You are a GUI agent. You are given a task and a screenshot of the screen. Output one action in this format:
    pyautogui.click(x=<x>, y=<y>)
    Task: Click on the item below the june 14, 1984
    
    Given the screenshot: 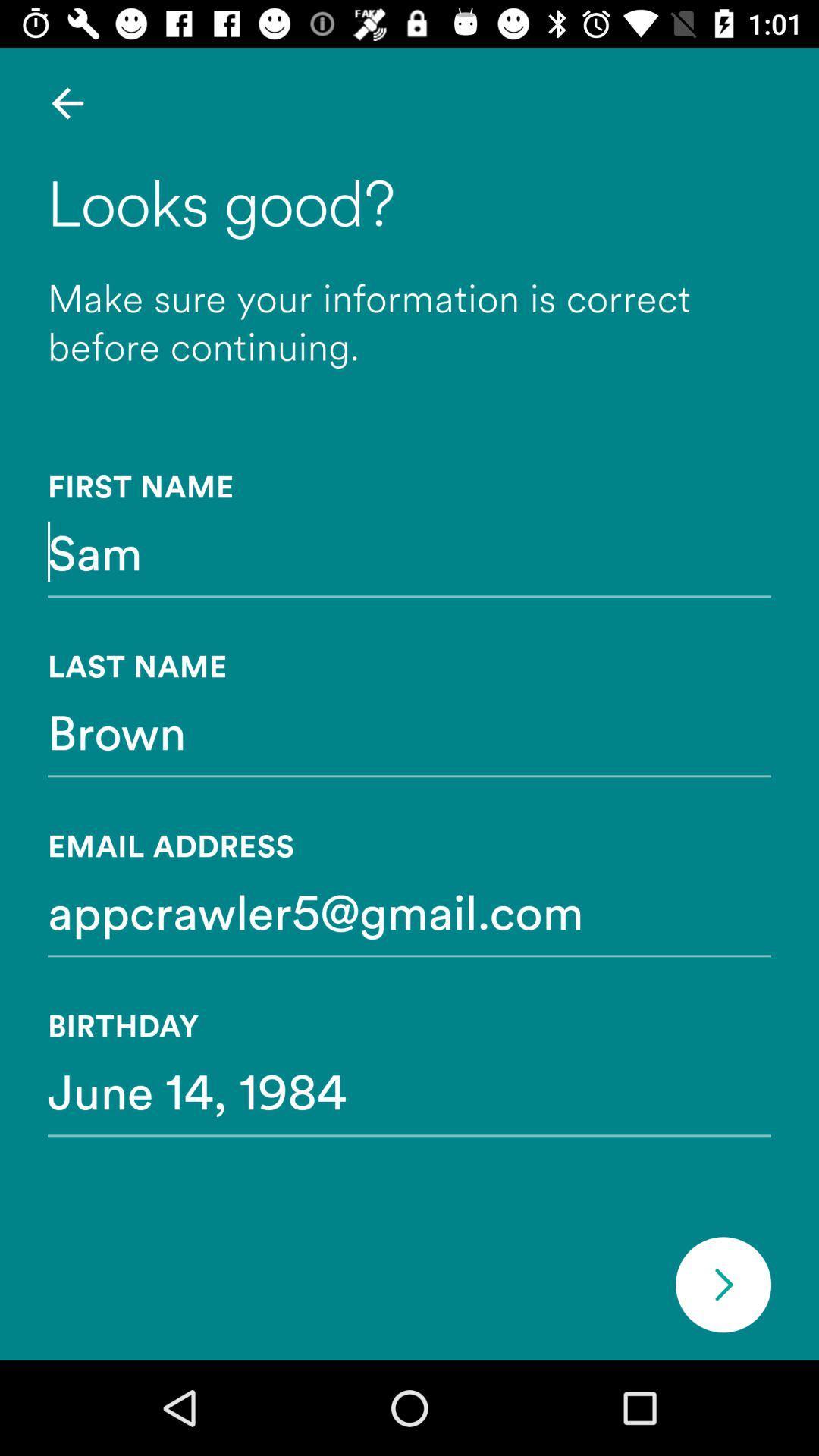 What is the action you would take?
    pyautogui.click(x=722, y=1284)
    